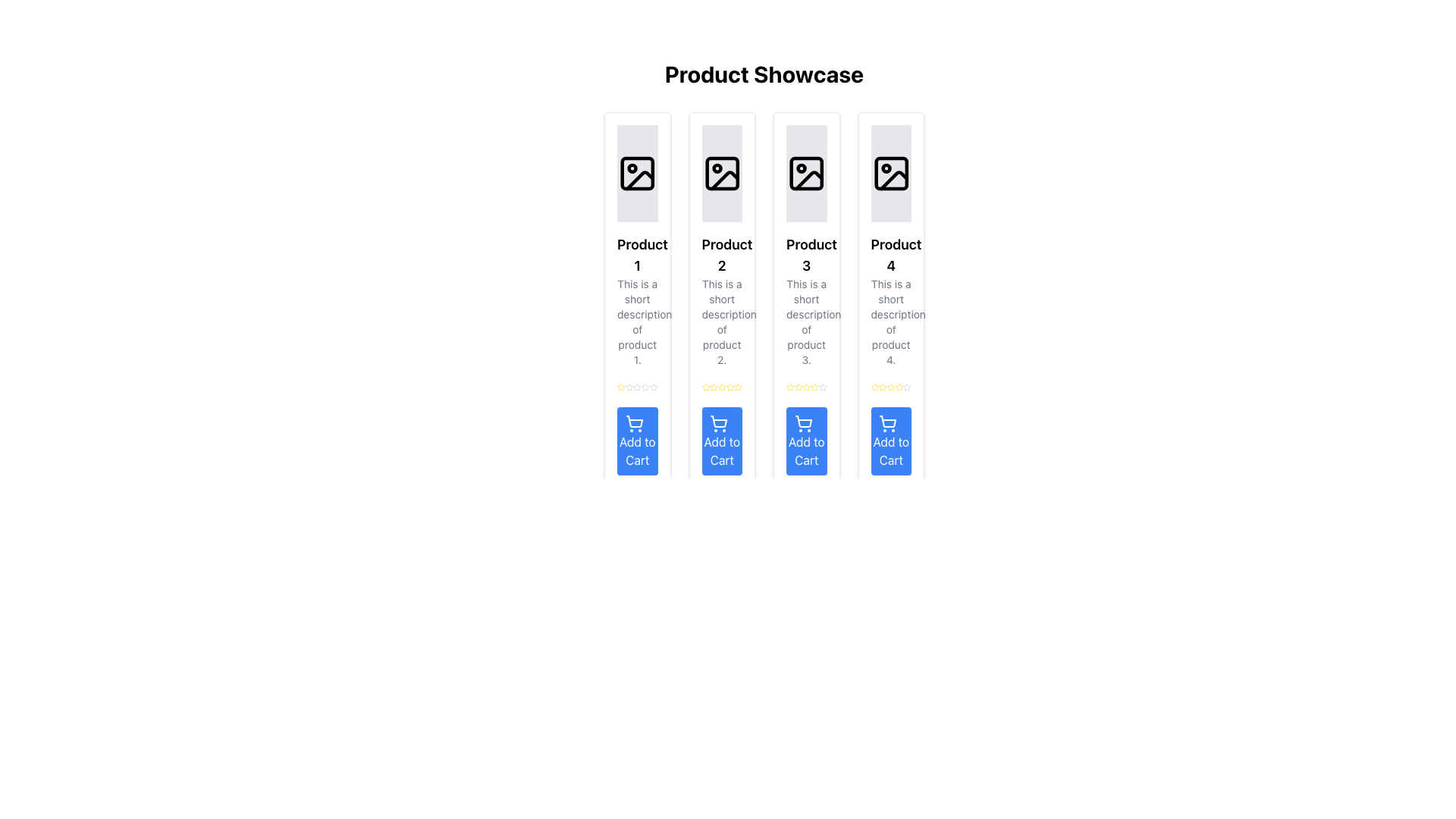  I want to click on text block containing the sentence 'This is a short description of product 1.' which is styled in a smaller gray font and located under the title 'Product 1' and above the rating indicator in the first product card, so click(637, 321).